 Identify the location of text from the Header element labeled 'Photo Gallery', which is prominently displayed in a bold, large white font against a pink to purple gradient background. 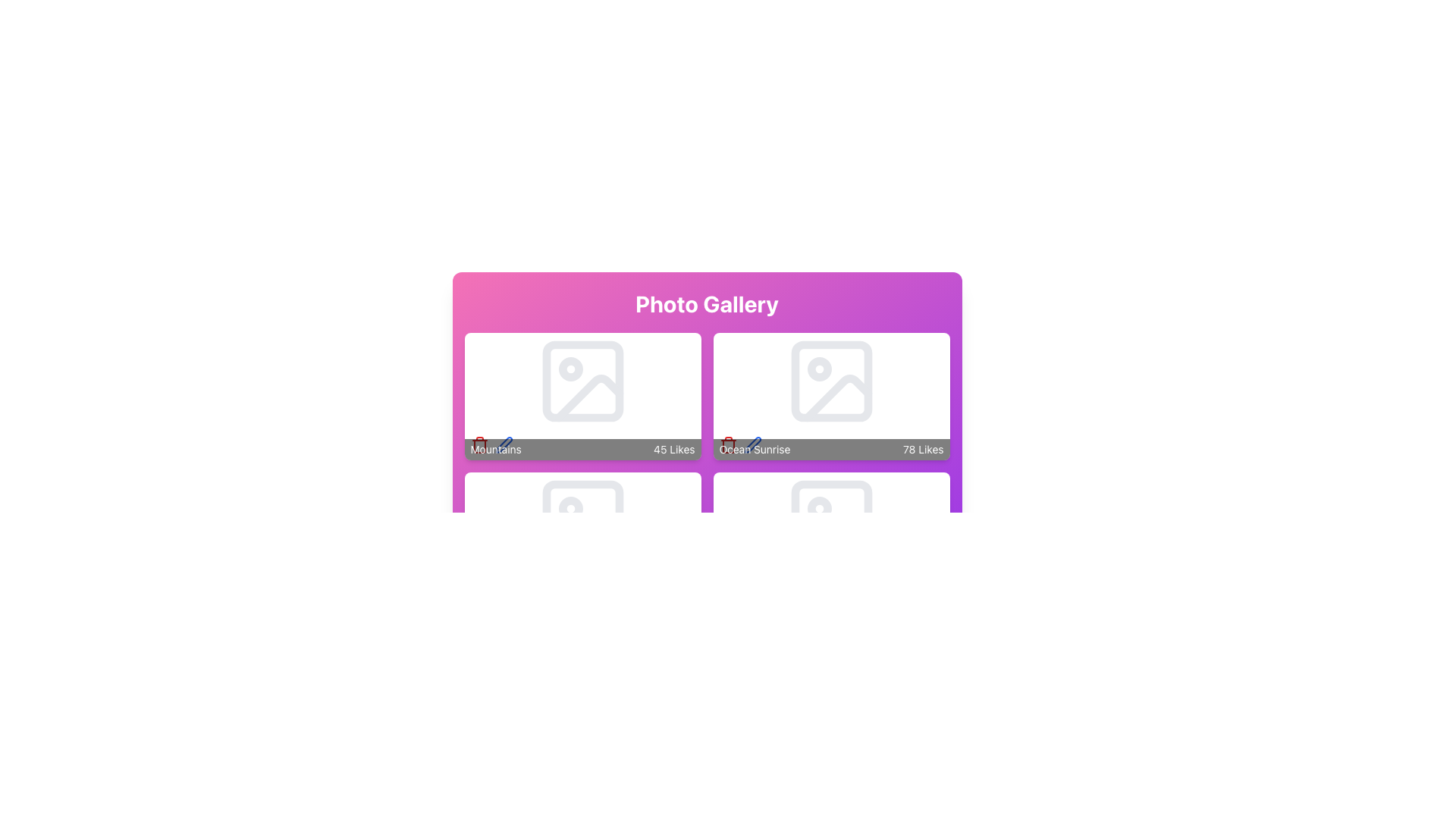
(706, 304).